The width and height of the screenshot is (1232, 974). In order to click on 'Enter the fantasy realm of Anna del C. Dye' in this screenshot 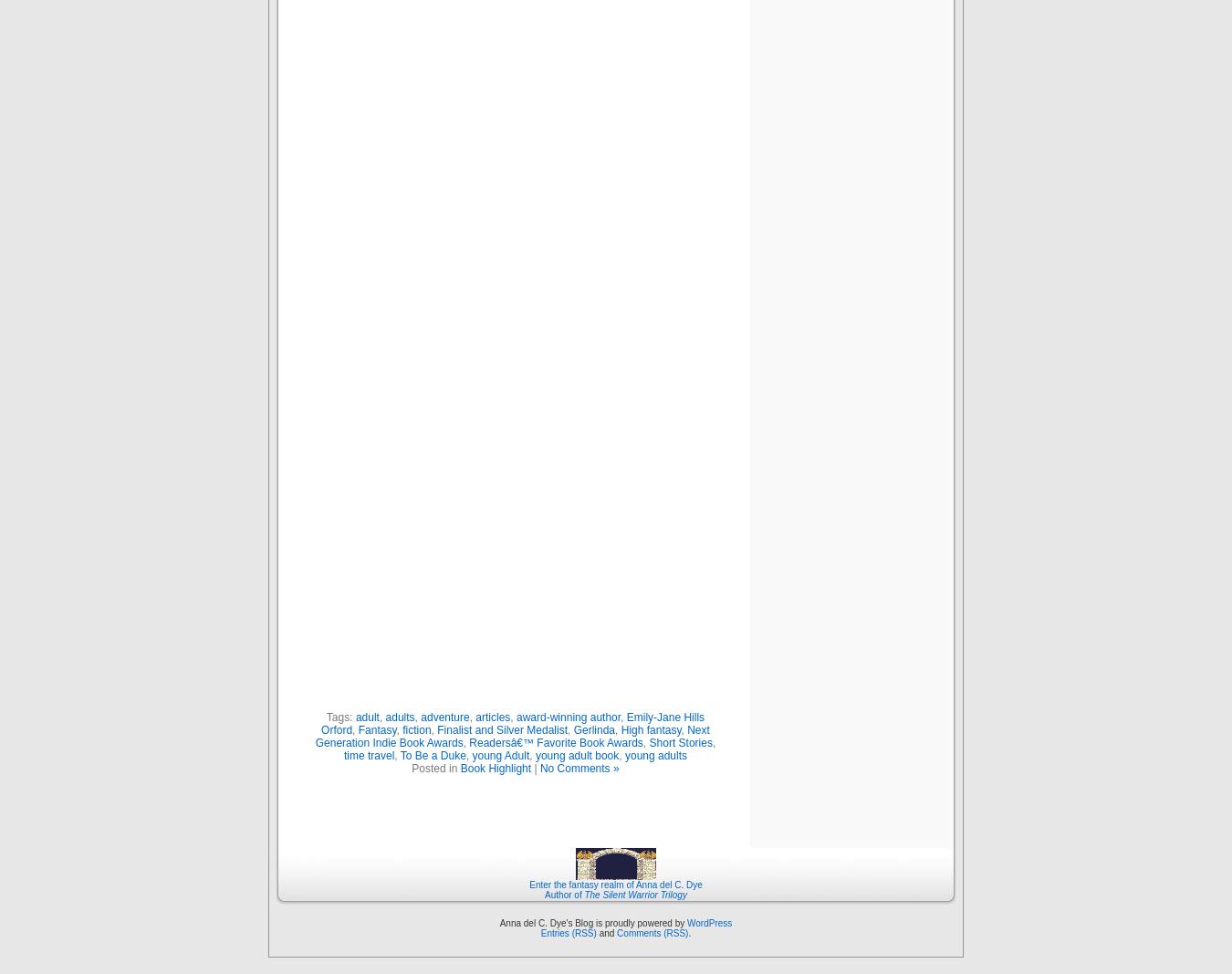, I will do `click(615, 884)`.